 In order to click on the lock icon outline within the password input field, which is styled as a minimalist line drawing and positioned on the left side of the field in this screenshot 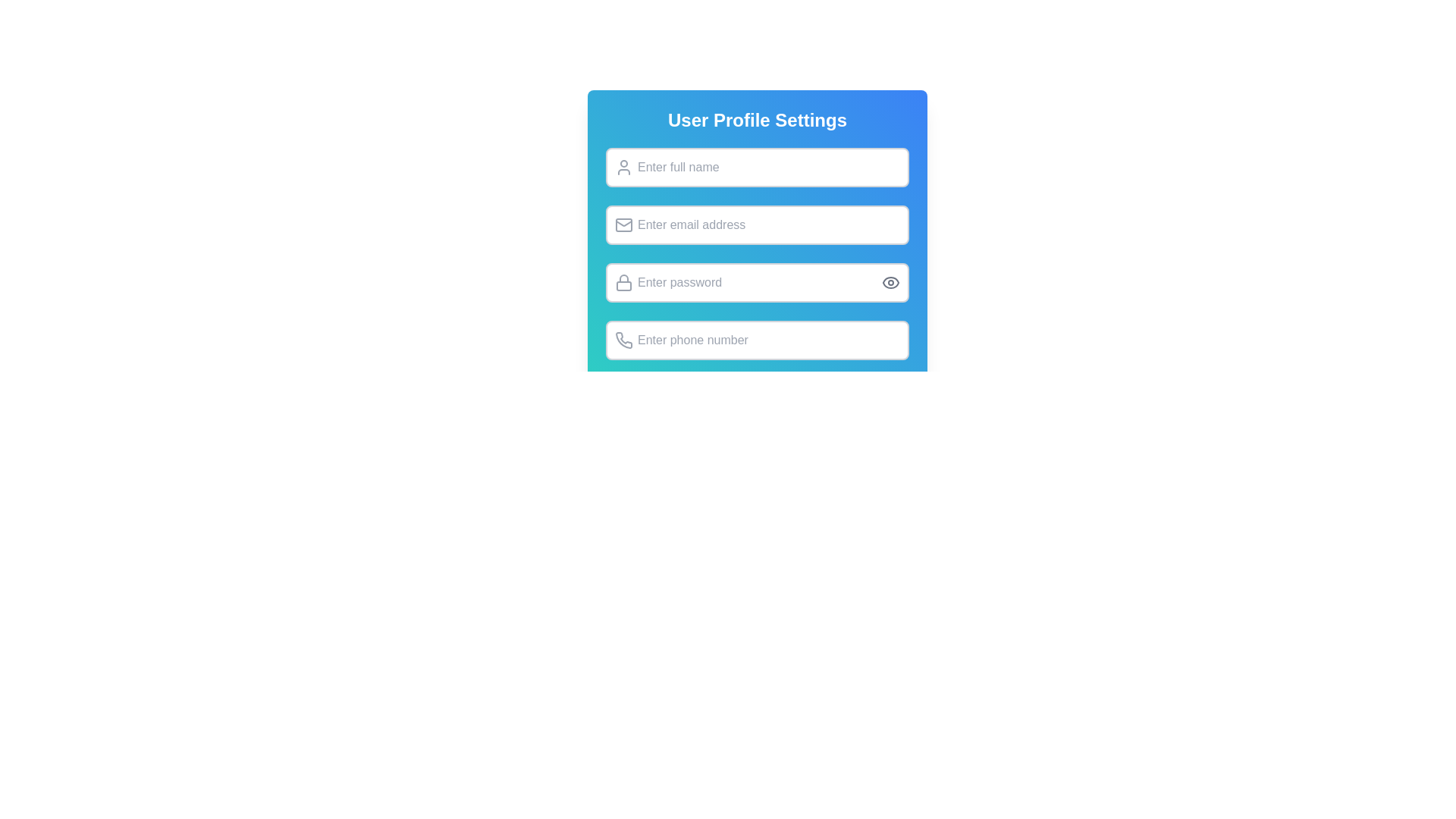, I will do `click(623, 278)`.